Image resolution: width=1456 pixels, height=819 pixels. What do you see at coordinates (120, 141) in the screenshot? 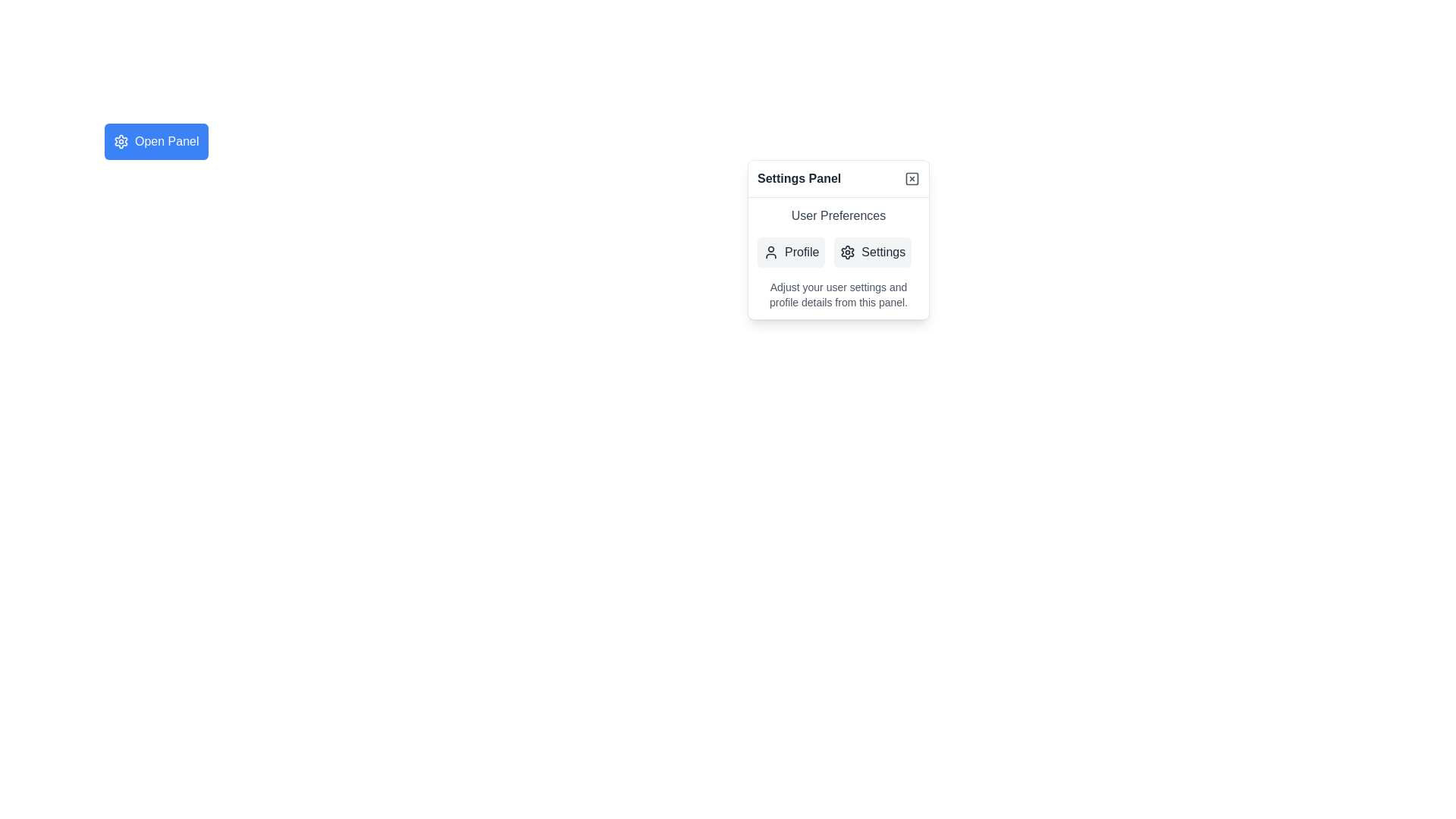
I see `the settings icon, which is a gear-shaped icon located to the left of the 'Open Panel' text inside a blue rounded rectangle button` at bounding box center [120, 141].